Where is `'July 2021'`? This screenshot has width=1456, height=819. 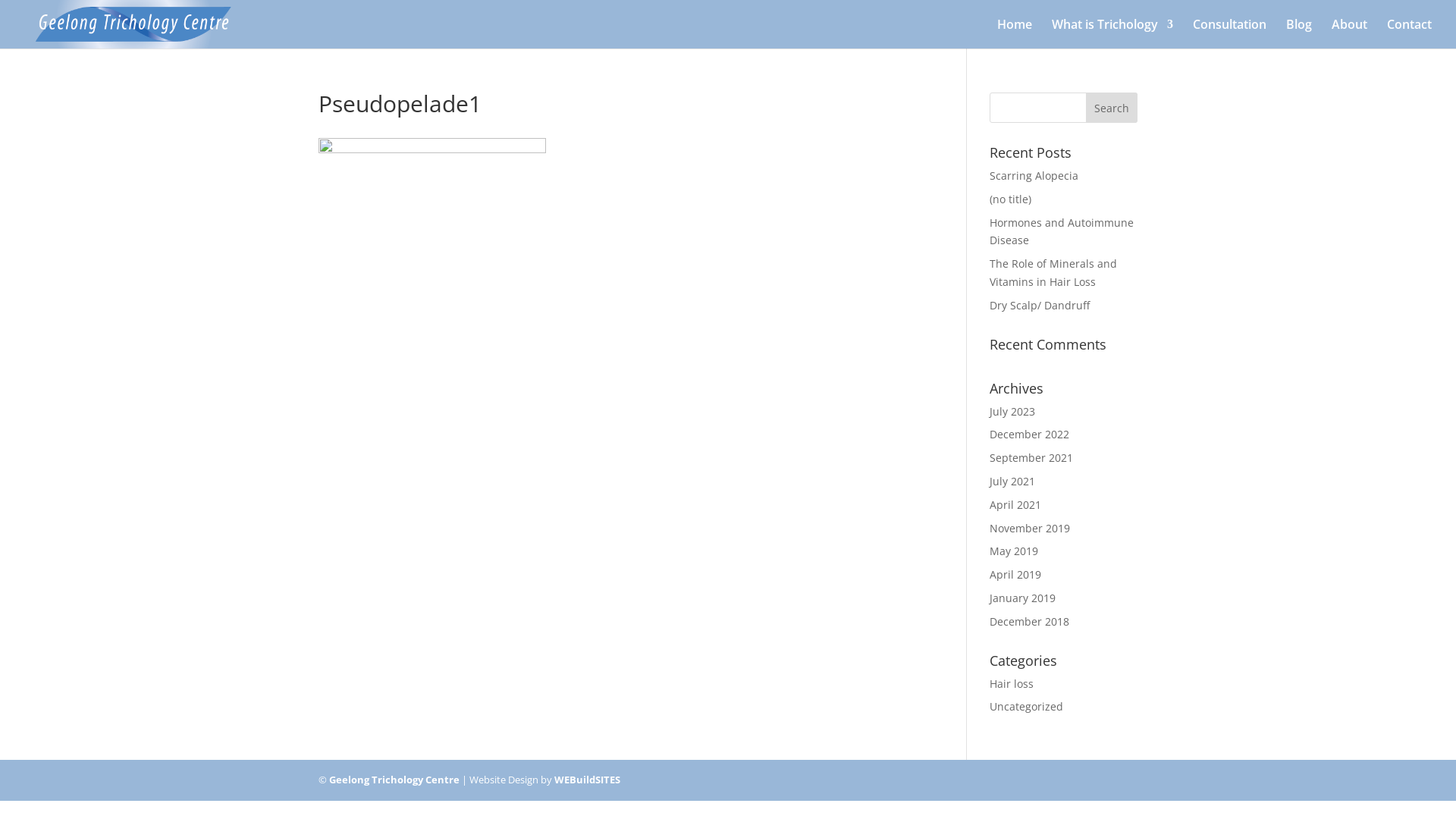
'July 2021' is located at coordinates (1012, 481).